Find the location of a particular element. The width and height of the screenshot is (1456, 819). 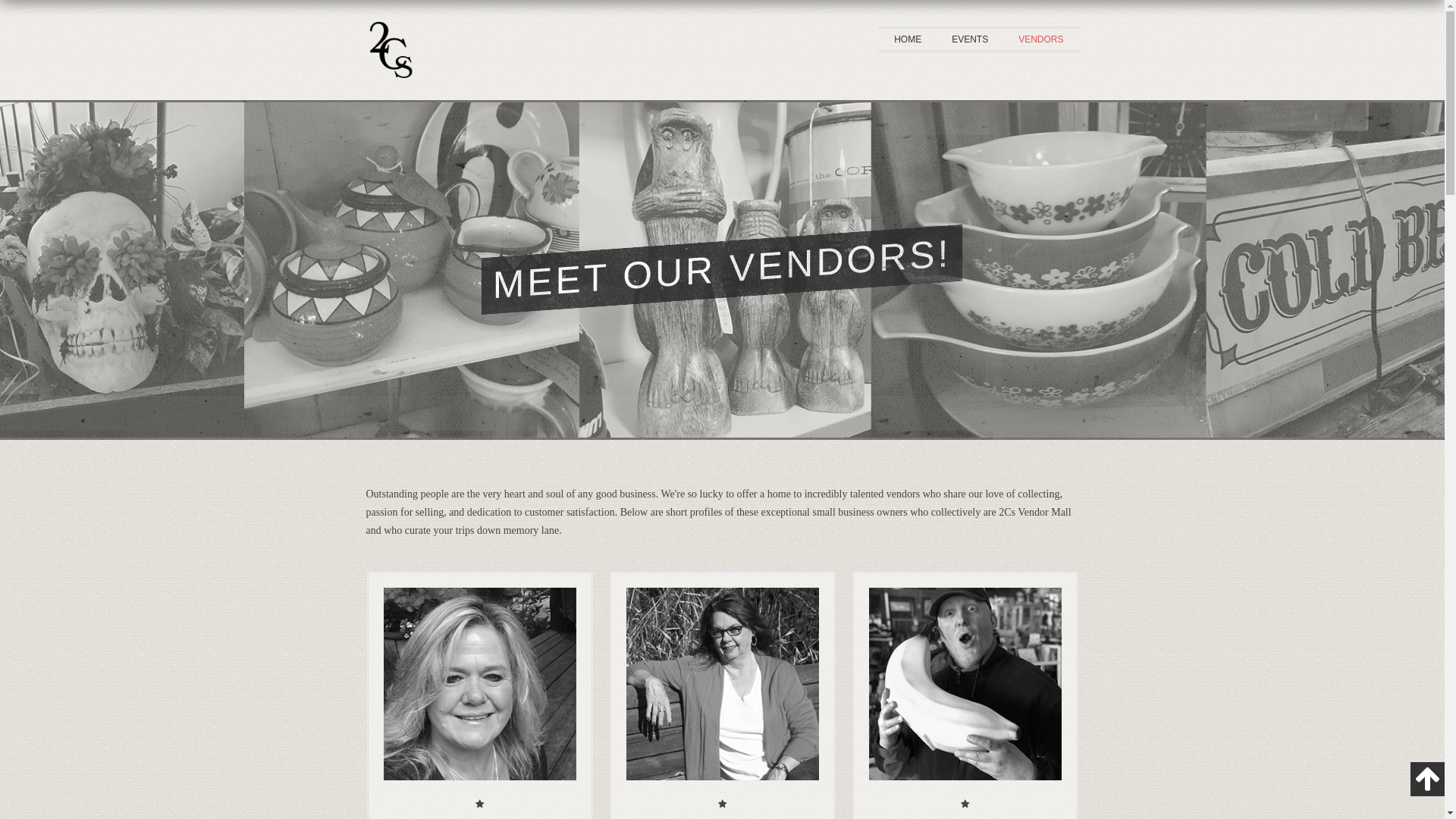

'2Cs' is located at coordinates (389, 90).